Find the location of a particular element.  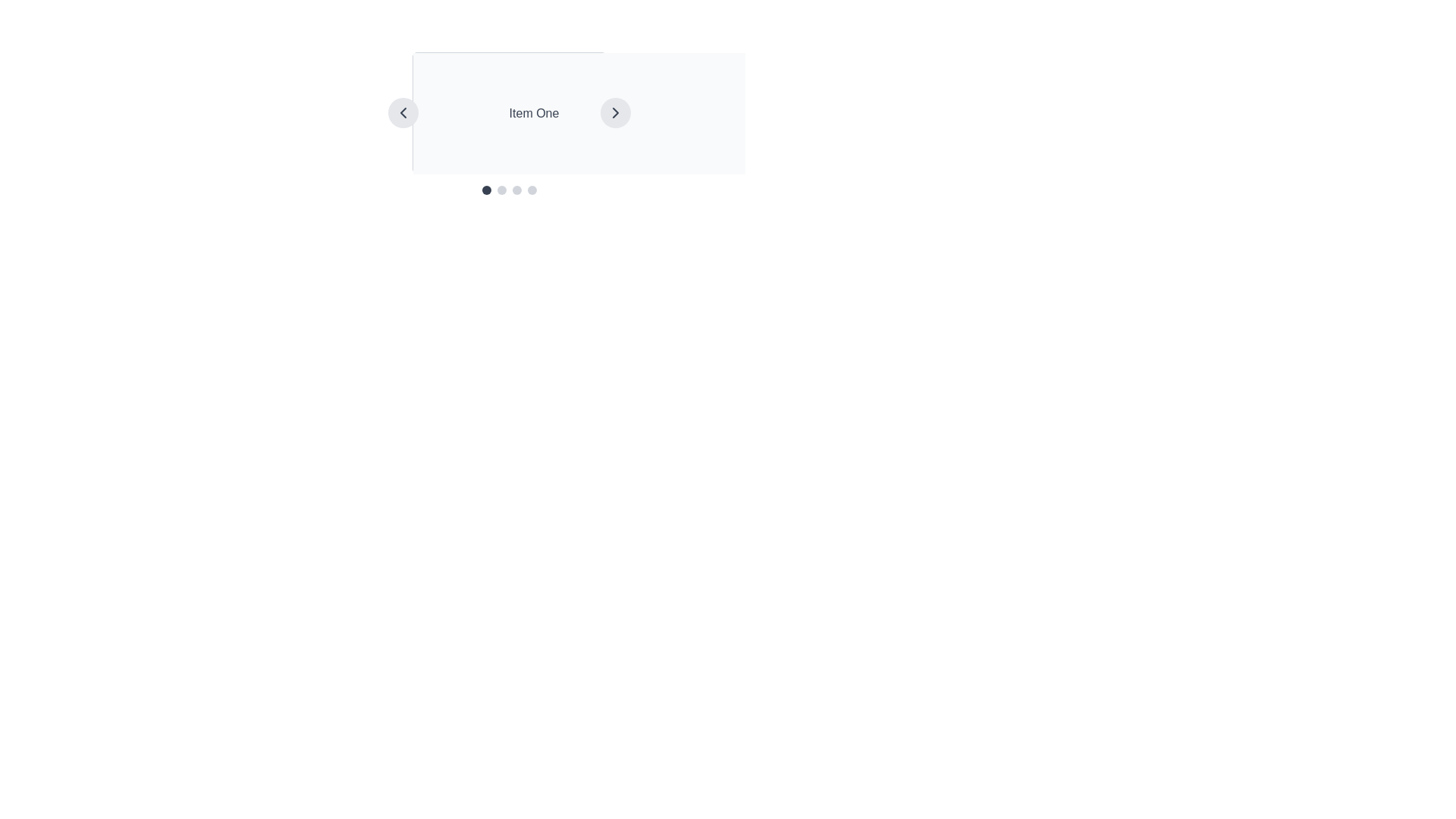

the 'Item One' text label in dark gray, located at the center of the carousel card to focus on it is located at coordinates (509, 122).